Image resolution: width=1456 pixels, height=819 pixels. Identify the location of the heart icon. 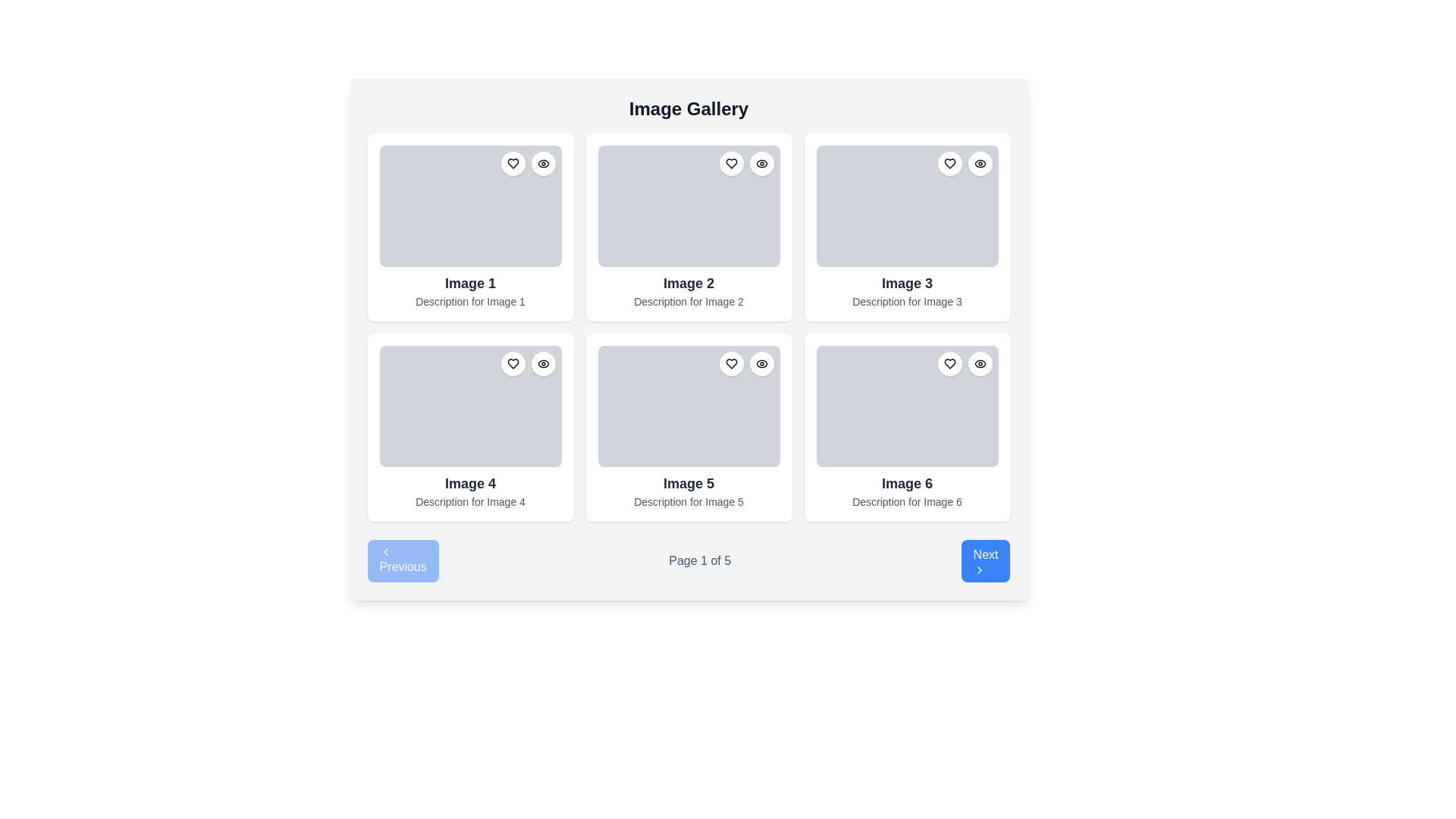
(731, 164).